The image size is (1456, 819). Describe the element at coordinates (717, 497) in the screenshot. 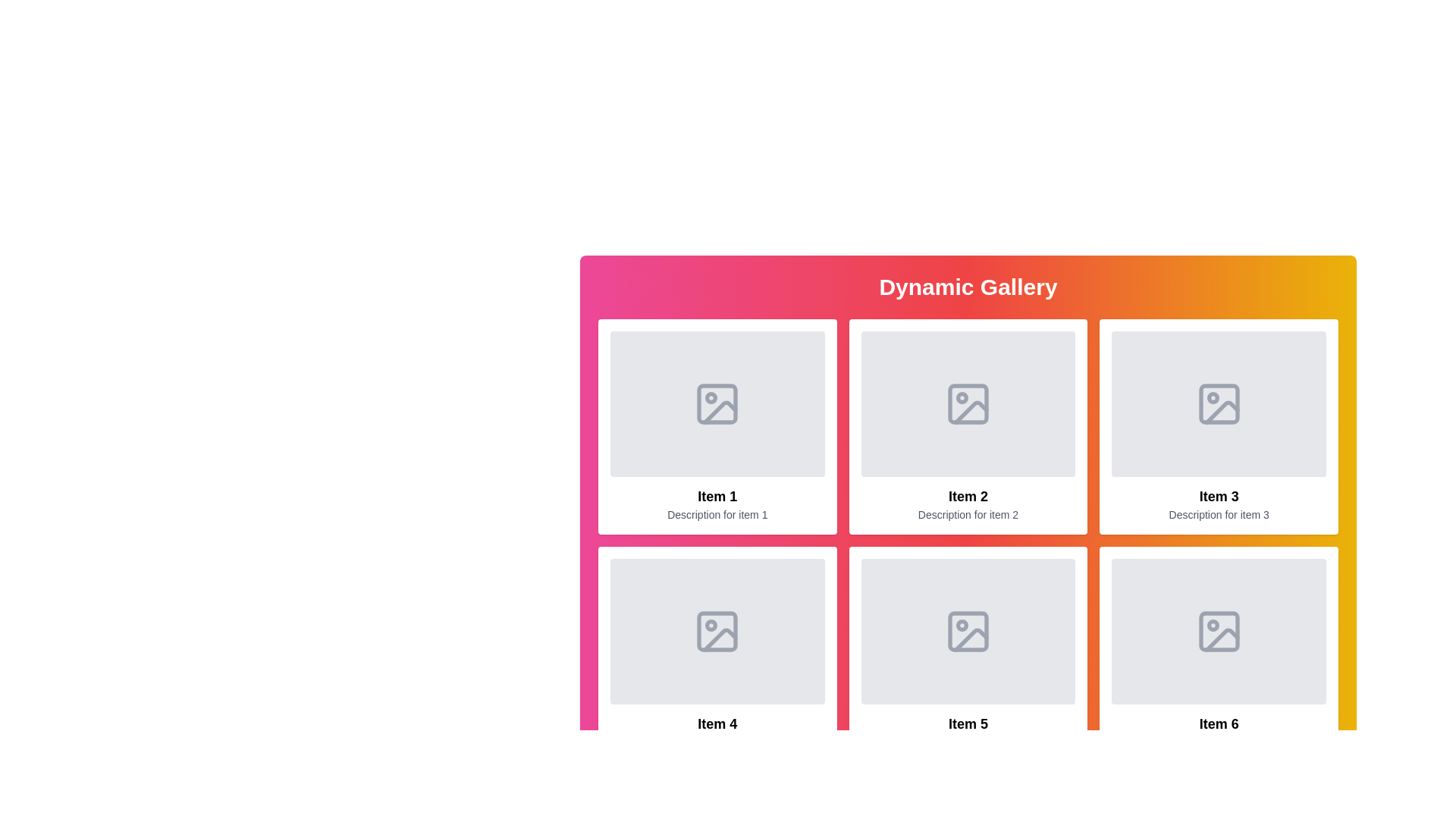

I see `the label 'Item 1'` at that location.